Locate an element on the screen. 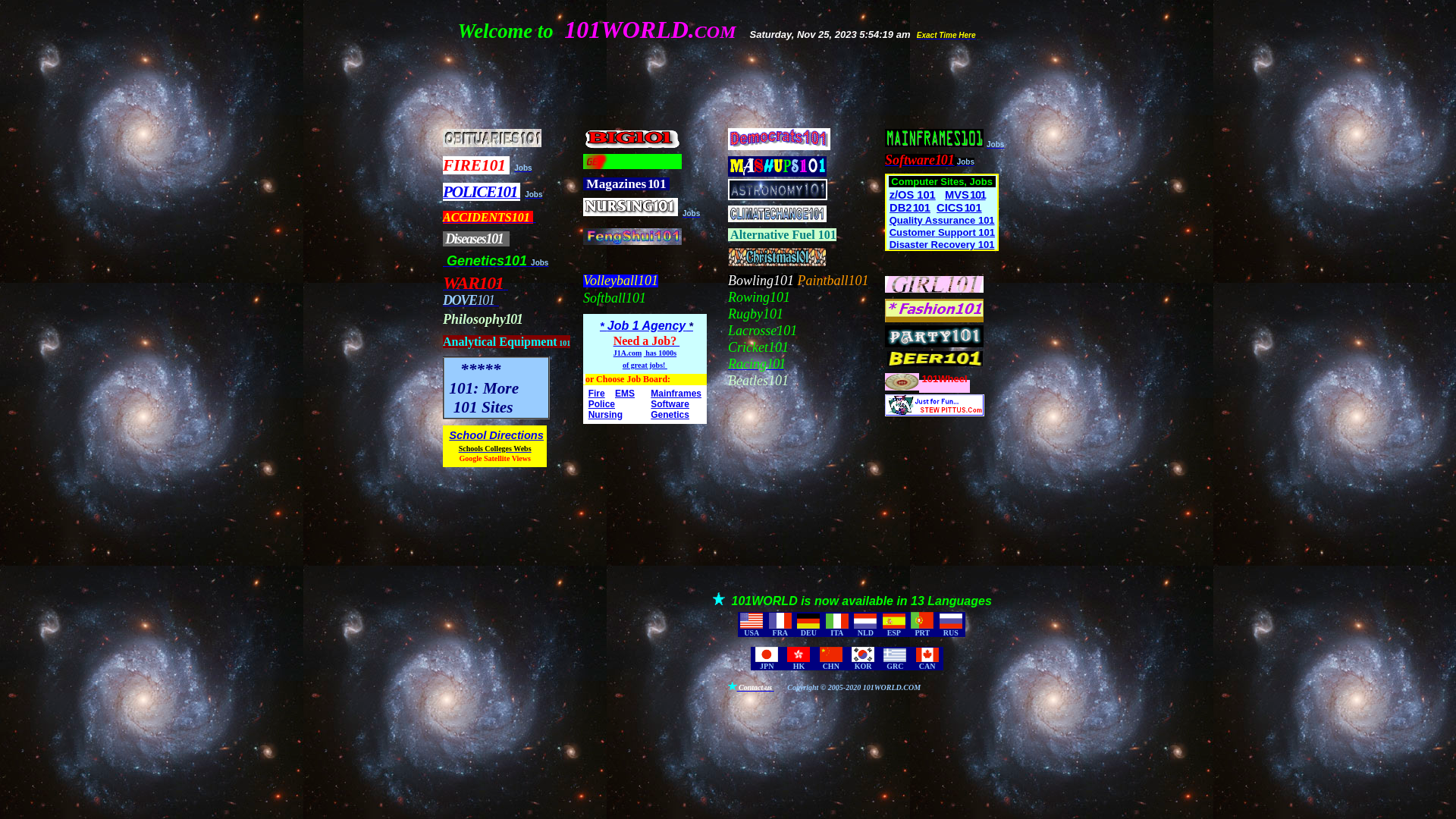 The image size is (1456, 819). 'DB2 101' is located at coordinates (910, 207).